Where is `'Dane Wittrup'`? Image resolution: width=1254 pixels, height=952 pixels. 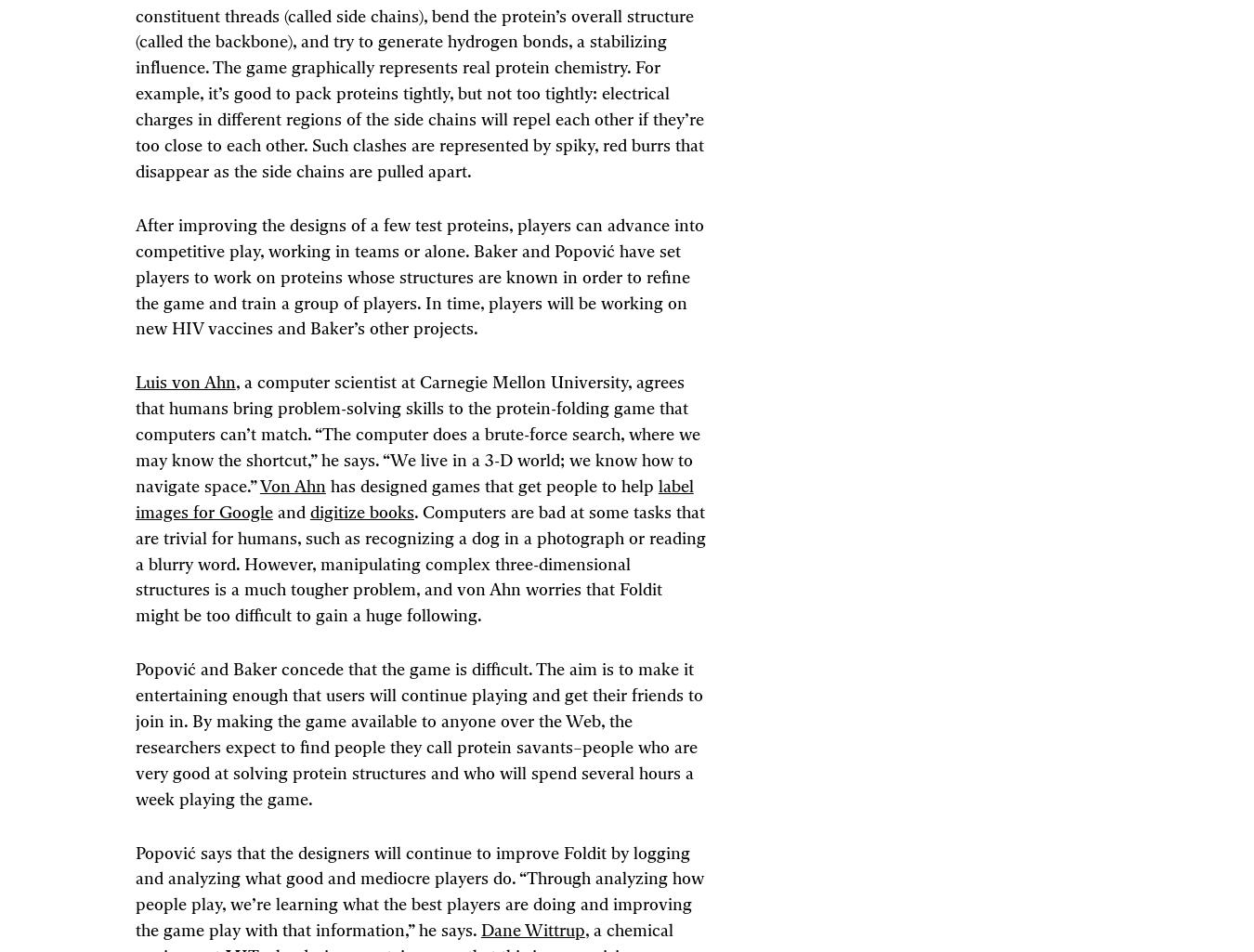
'Dane Wittrup' is located at coordinates (531, 931).